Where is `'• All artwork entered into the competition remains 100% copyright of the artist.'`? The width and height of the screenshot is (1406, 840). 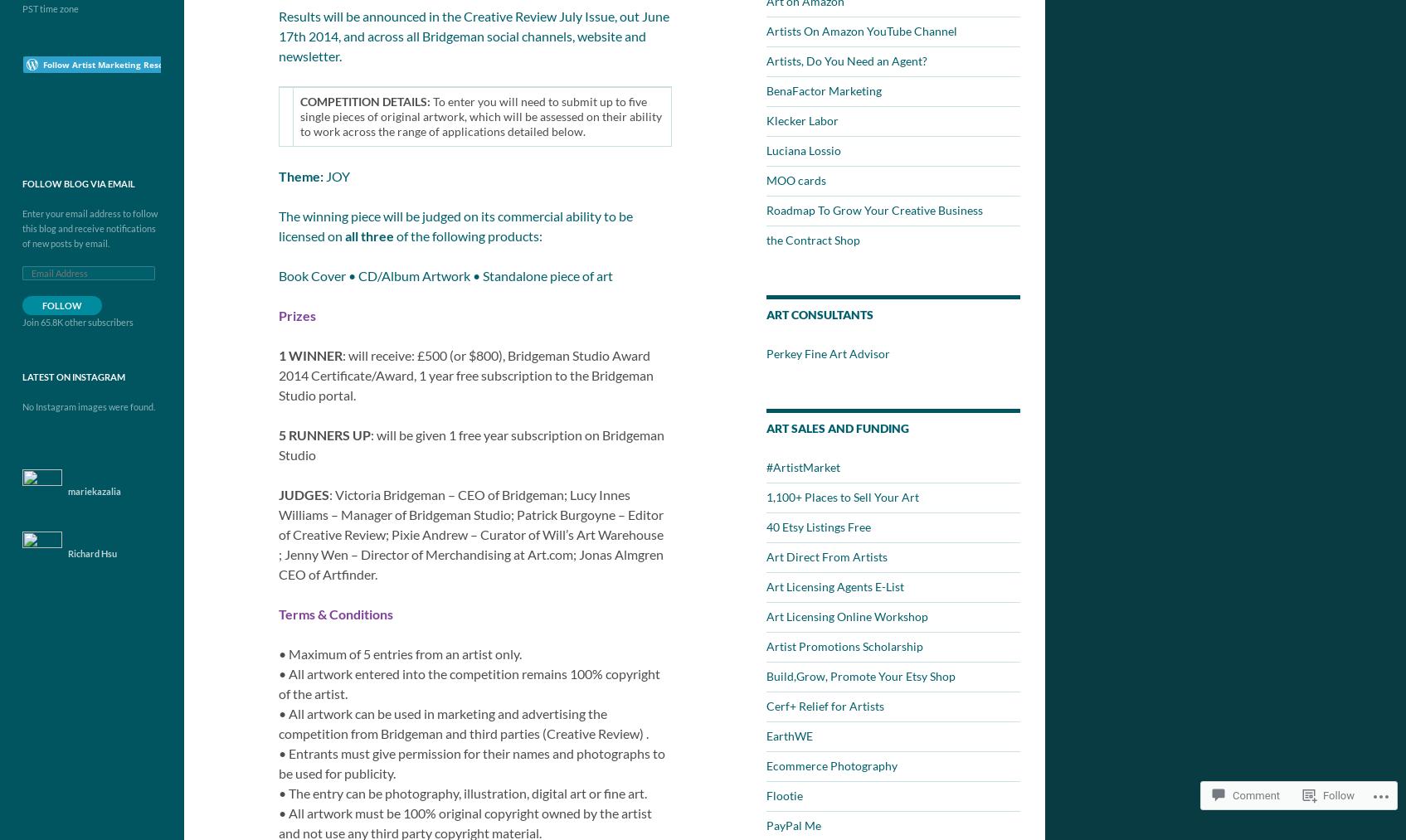 '• All artwork entered into the competition remains 100% copyright of the artist.' is located at coordinates (277, 682).